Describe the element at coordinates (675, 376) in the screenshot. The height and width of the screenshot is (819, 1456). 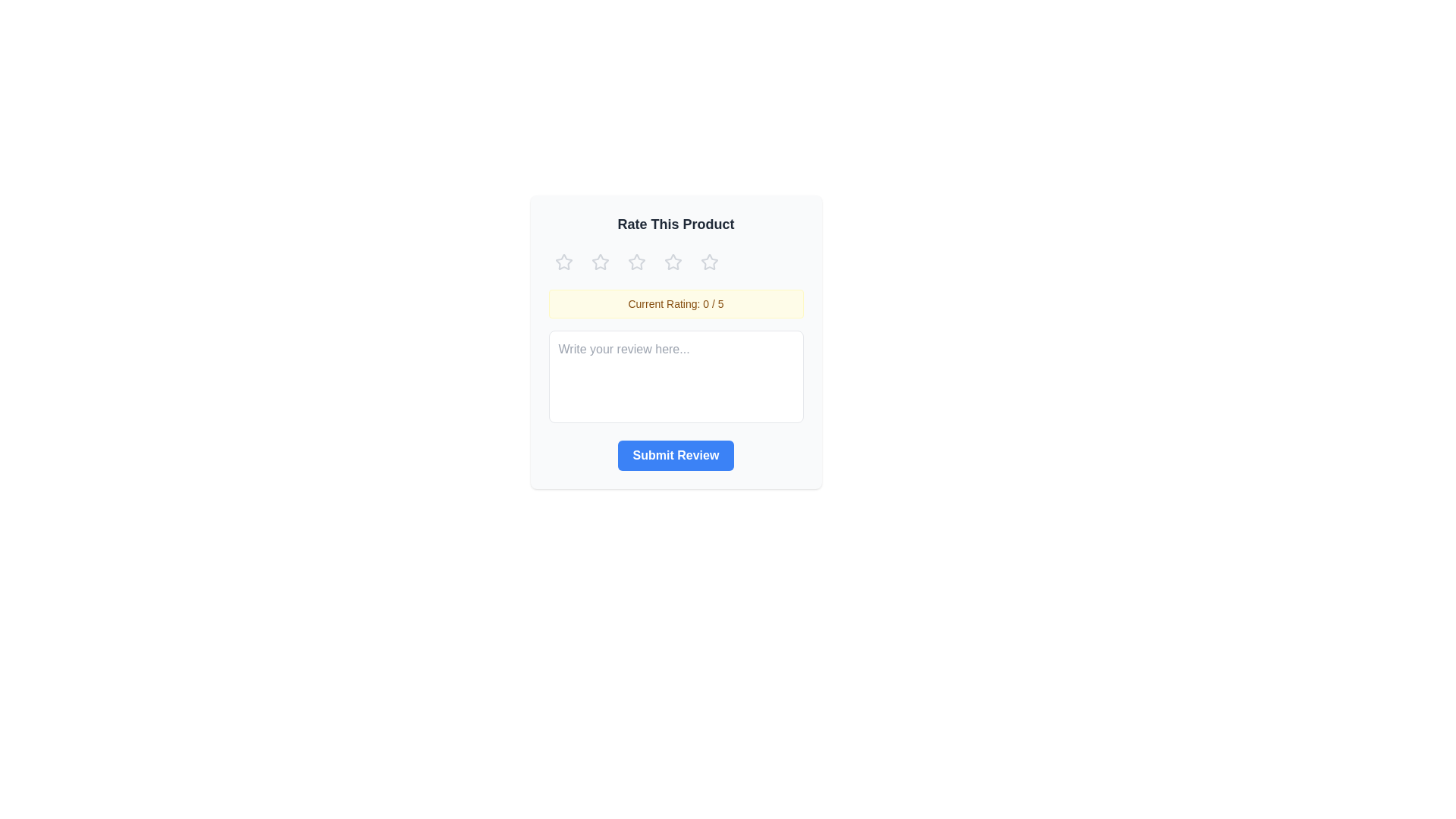
I see `the text area and type a review` at that location.